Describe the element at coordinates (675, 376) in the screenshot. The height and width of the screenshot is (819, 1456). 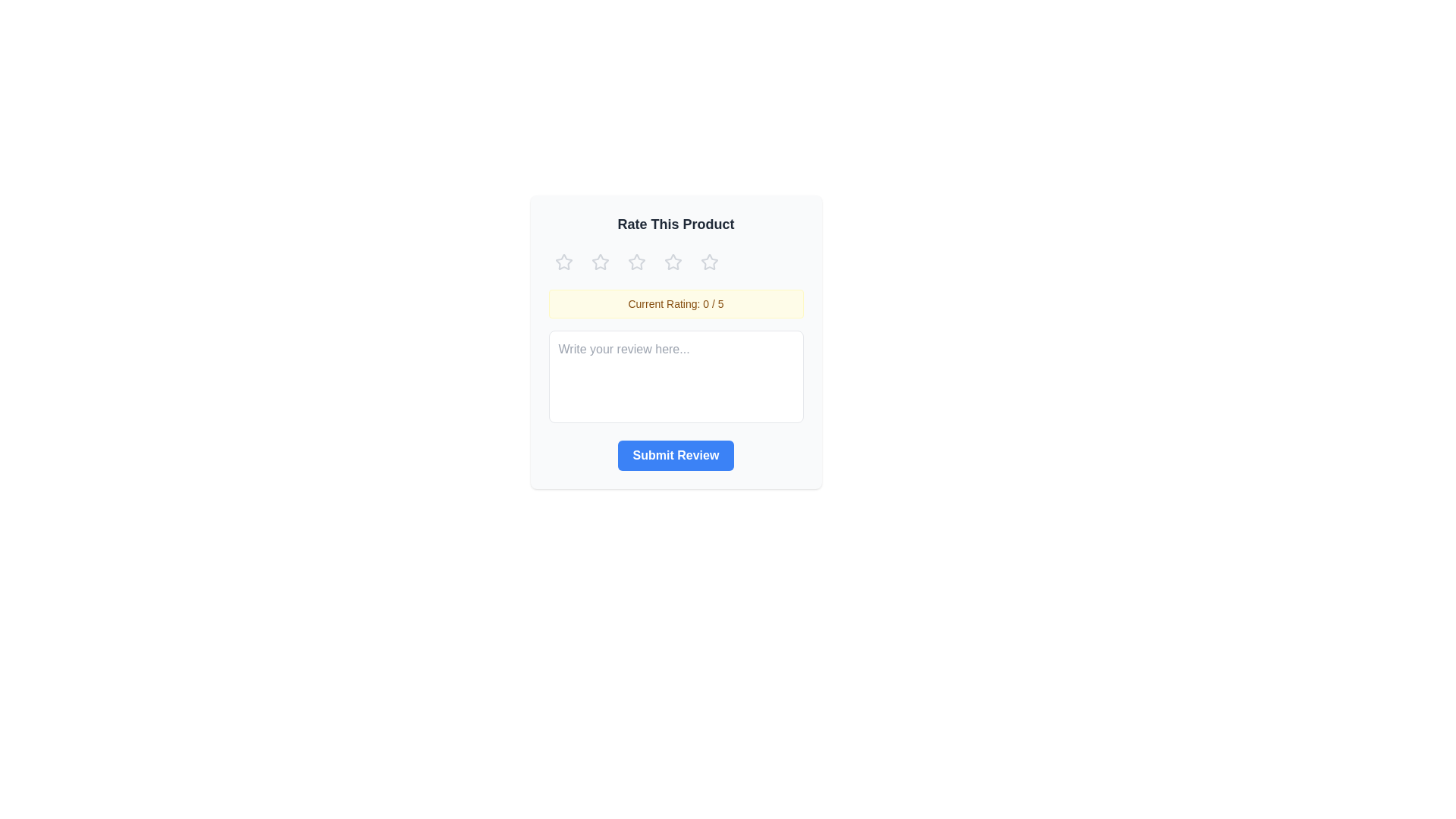
I see `the text area and type a review` at that location.